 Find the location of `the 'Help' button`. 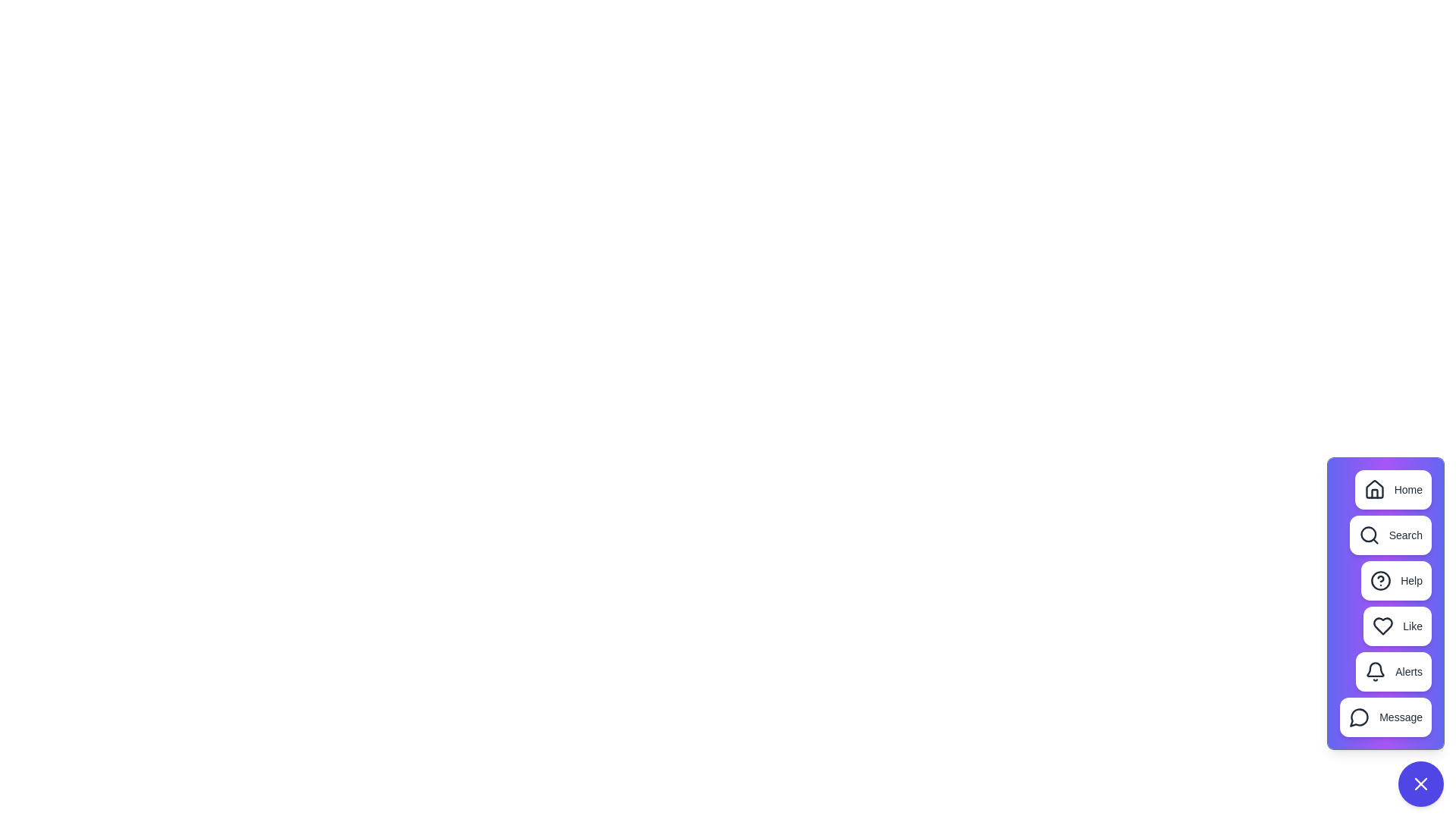

the 'Help' button is located at coordinates (1395, 580).